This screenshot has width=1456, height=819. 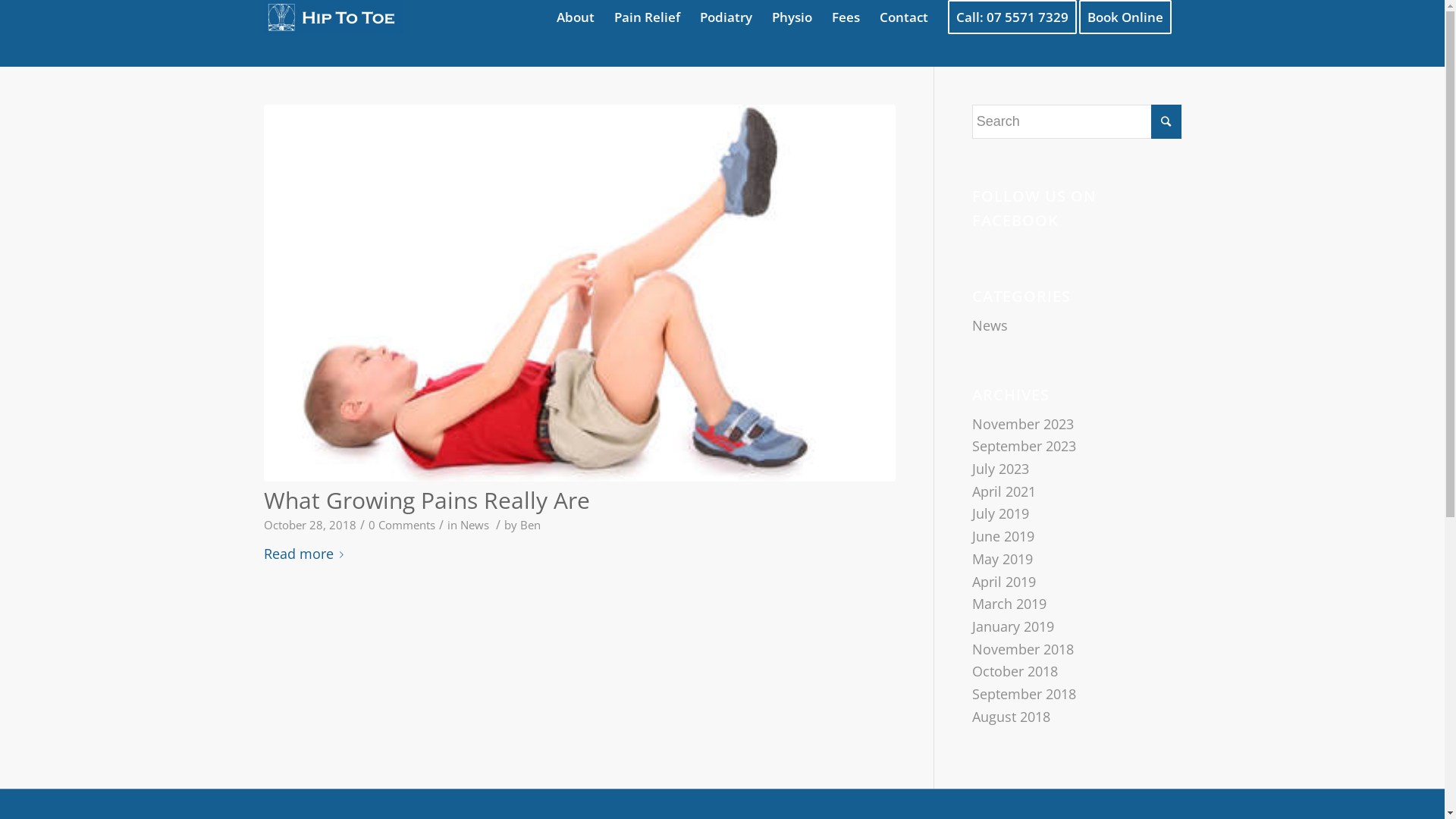 I want to click on 'September 2018', so click(x=1024, y=693).